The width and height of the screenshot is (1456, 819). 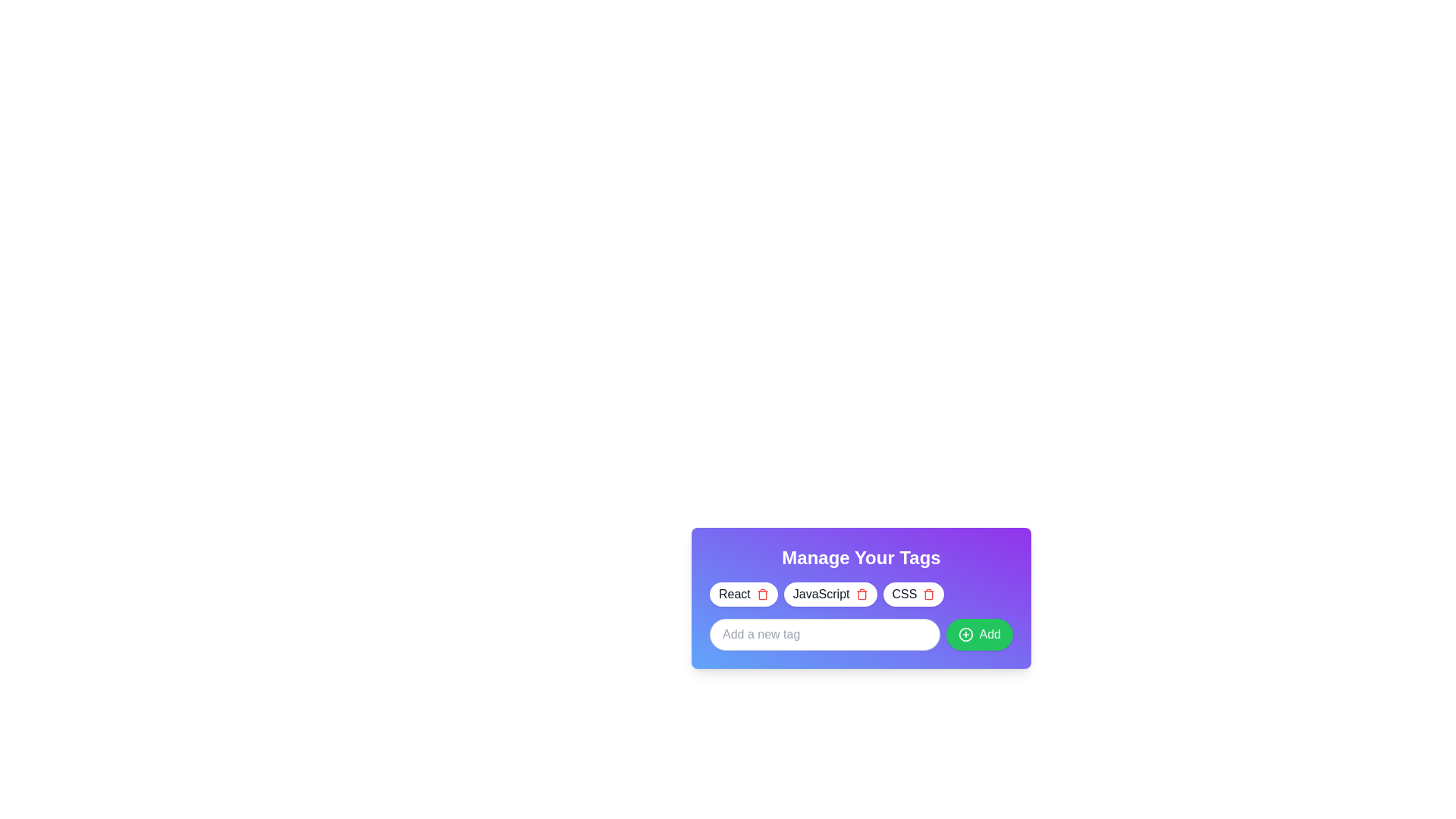 I want to click on the 'React' tag, which is the first item in the series of tags ('React', 'JavaScript', 'CSS') in the purple 'Manage Your Tags' section, so click(x=734, y=593).